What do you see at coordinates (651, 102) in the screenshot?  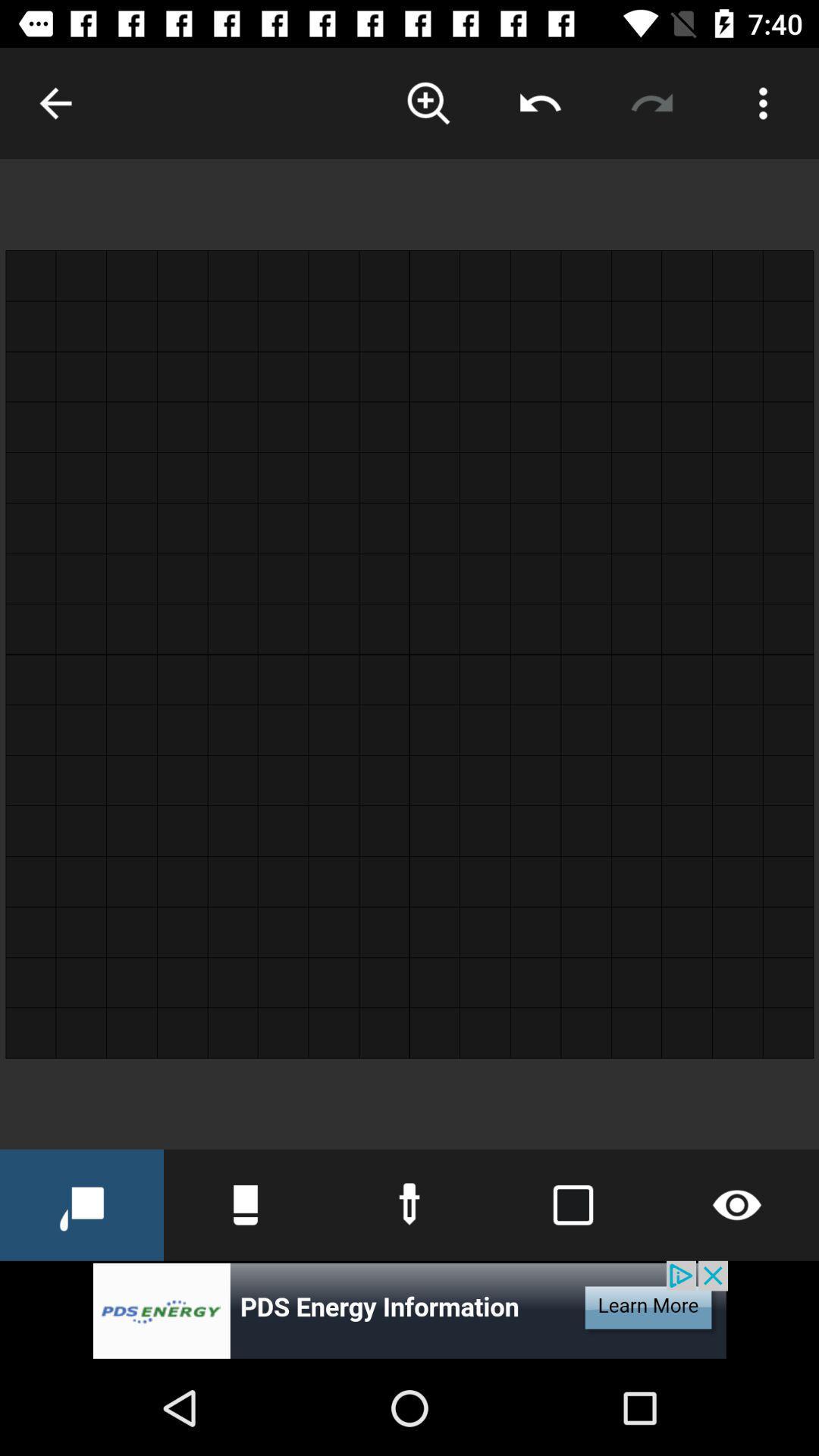 I see `opposite of undo action` at bounding box center [651, 102].